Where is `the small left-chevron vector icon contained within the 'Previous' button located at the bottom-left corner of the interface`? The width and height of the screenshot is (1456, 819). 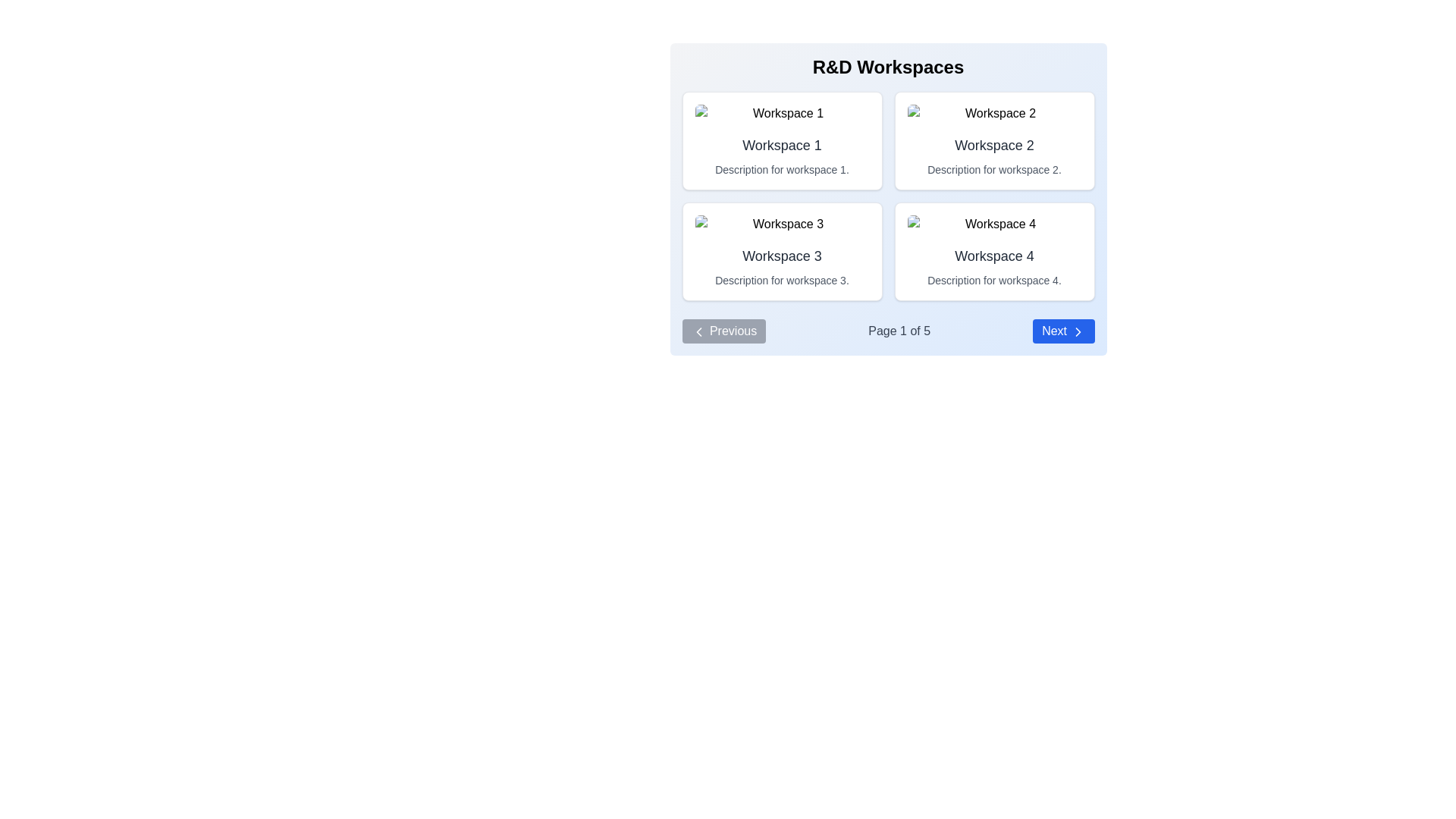
the small left-chevron vector icon contained within the 'Previous' button located at the bottom-left corner of the interface is located at coordinates (698, 331).